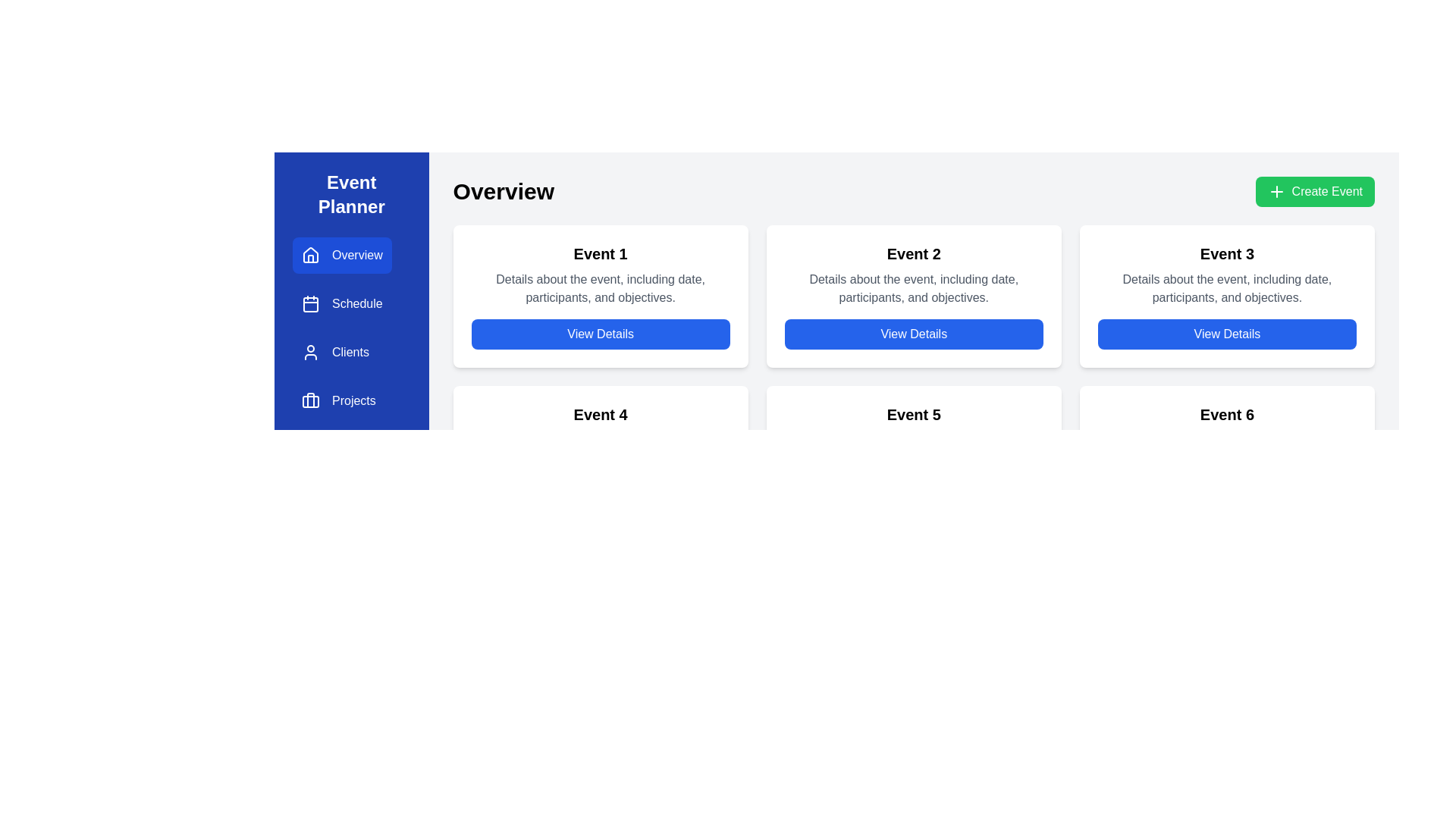 The width and height of the screenshot is (1456, 819). Describe the element at coordinates (1276, 191) in the screenshot. I see `the add icon within the 'Create Event' button located in the top-right corner of the main content section to create a new event` at that location.